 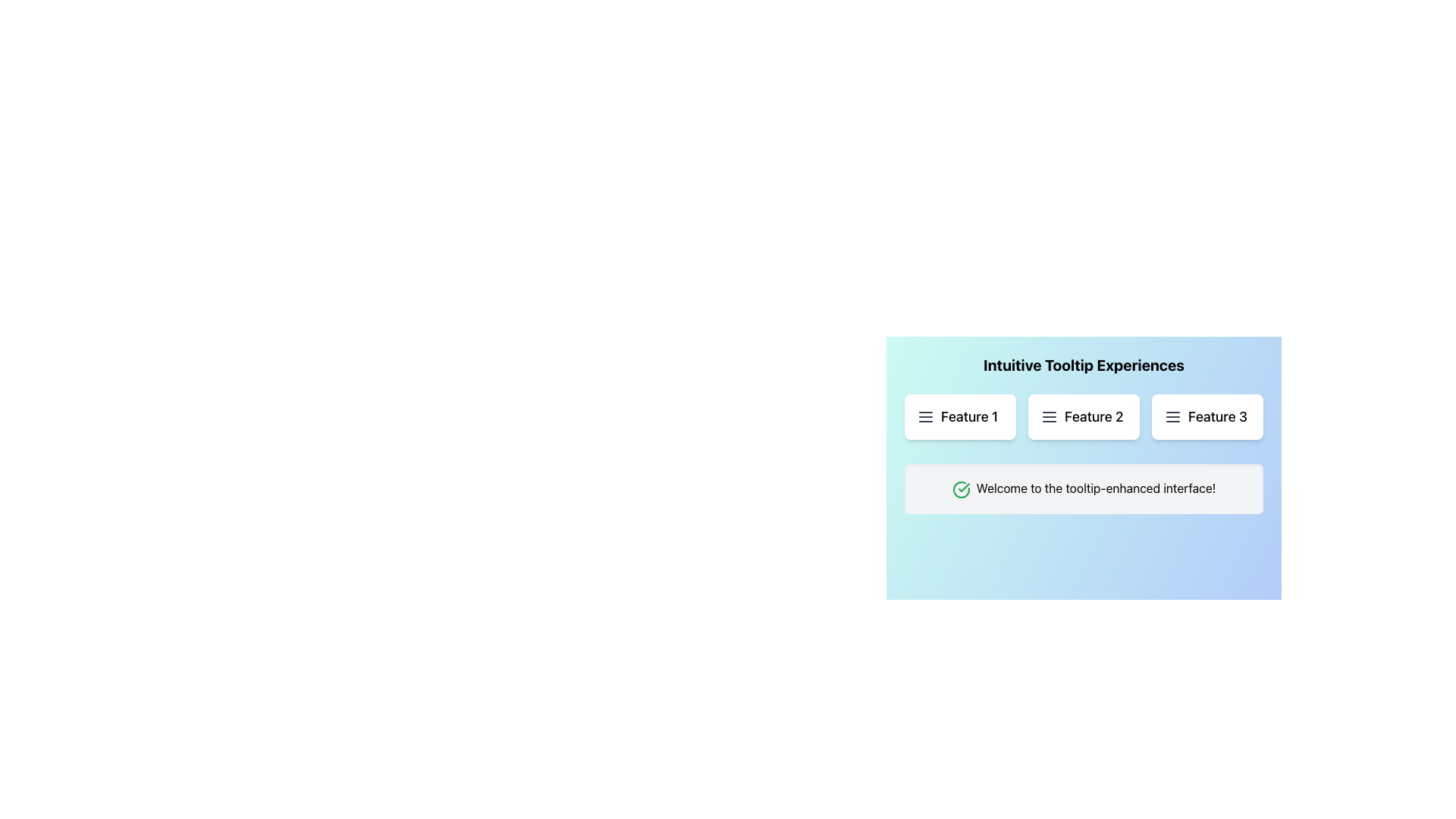 I want to click on the decorative confirmation icon located to the left of the message 'Welcome to the tooltip-enhanced interface!' in the bottom-center section of the interface, so click(x=960, y=489).